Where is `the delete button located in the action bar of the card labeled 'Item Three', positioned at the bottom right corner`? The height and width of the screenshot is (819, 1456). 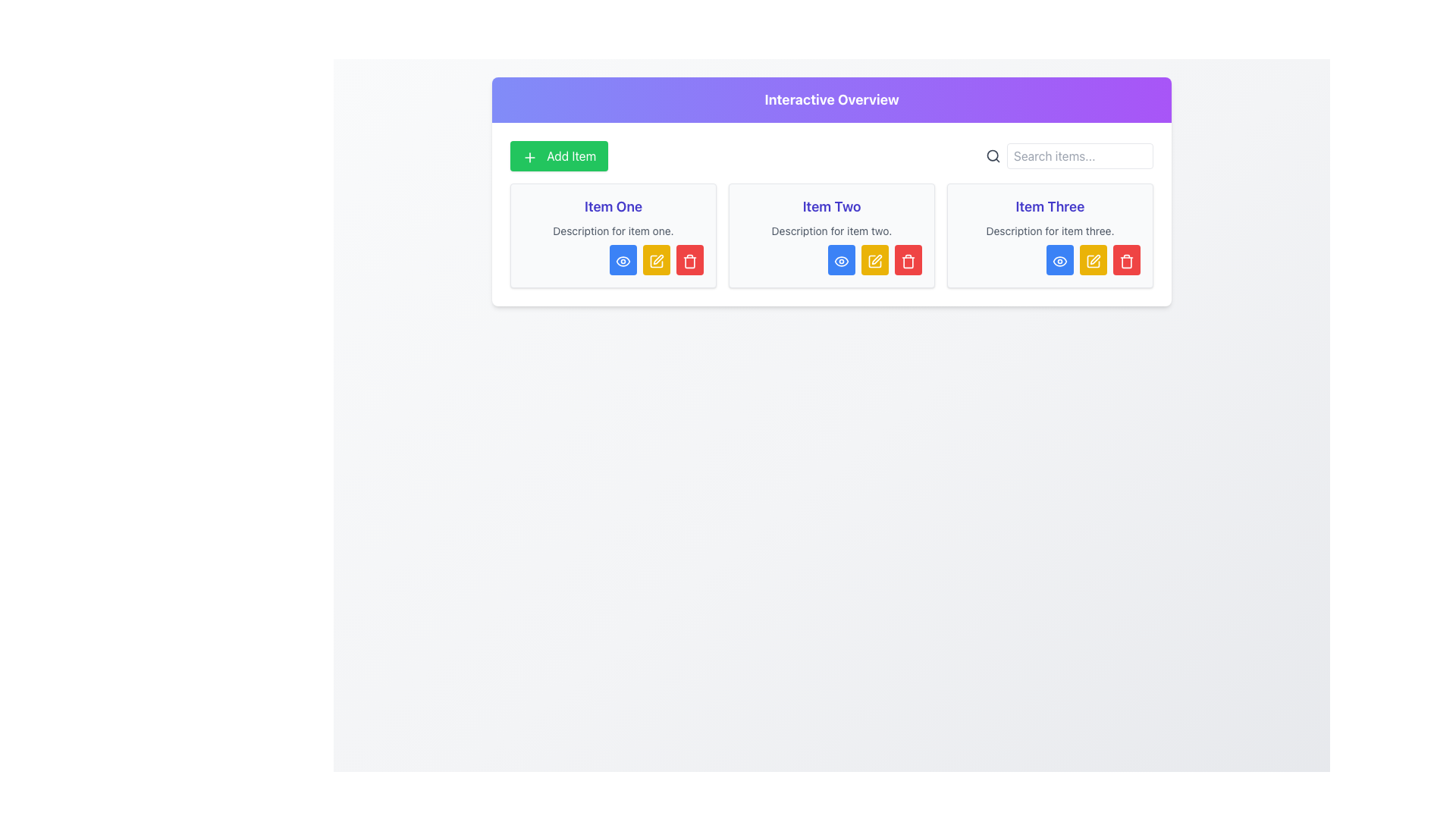
the delete button located in the action bar of the card labeled 'Item Three', positioned at the bottom right corner is located at coordinates (1127, 259).